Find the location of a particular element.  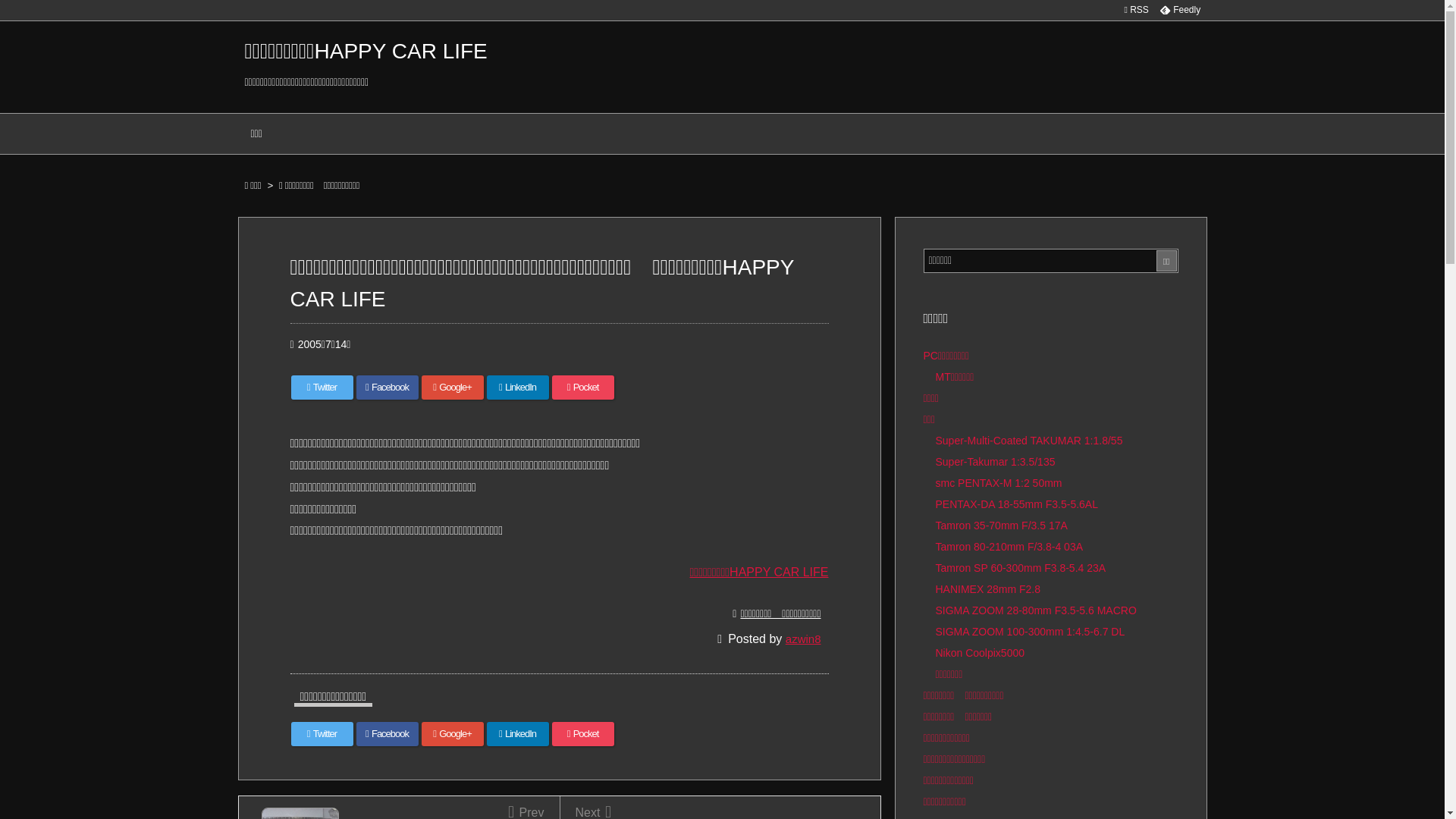

'Tamron 80-210mm F/3.8-4 03A' is located at coordinates (1009, 547).